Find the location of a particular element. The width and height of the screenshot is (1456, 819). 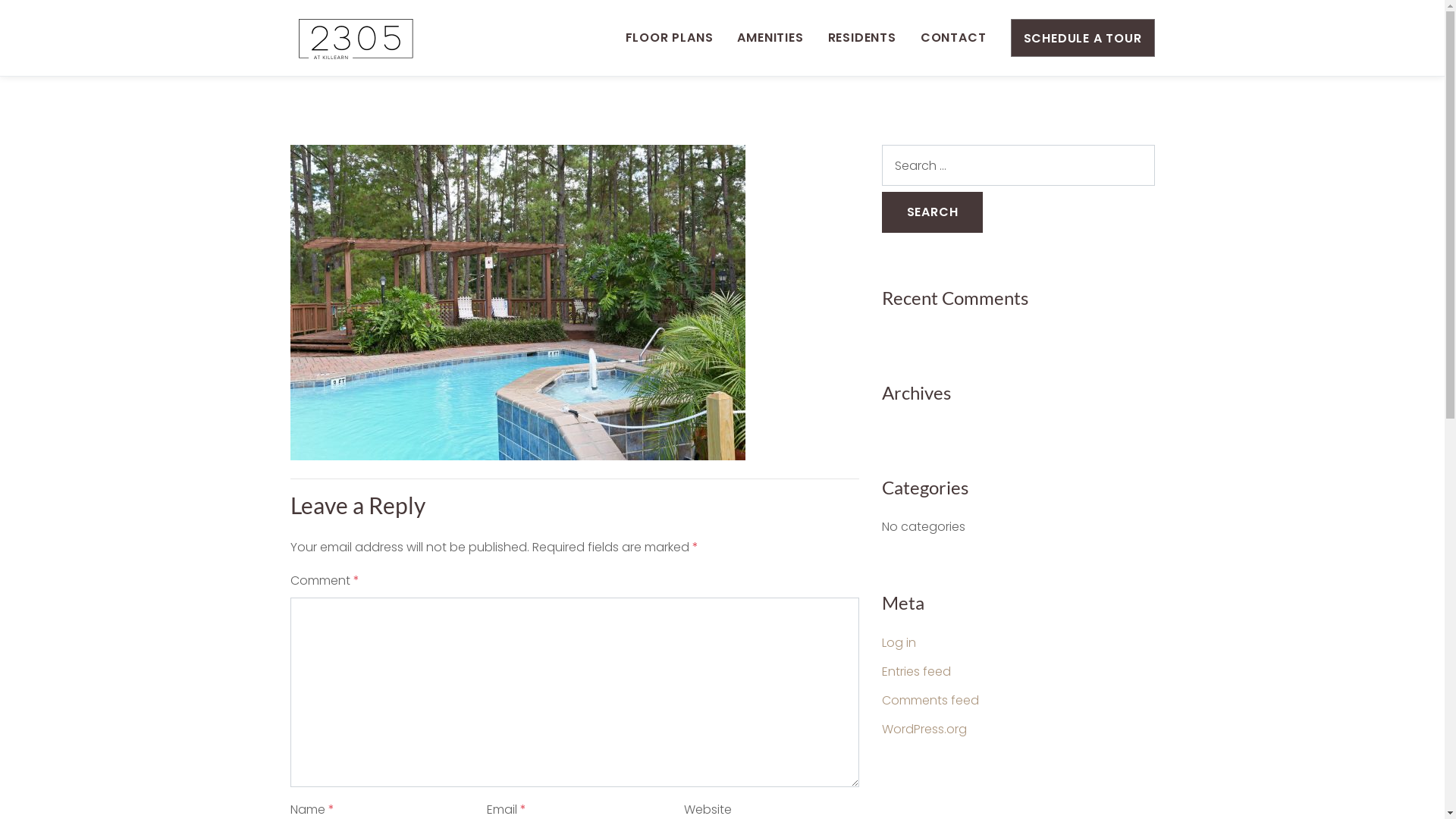

'FLOOR PLANS' is located at coordinates (626, 37).